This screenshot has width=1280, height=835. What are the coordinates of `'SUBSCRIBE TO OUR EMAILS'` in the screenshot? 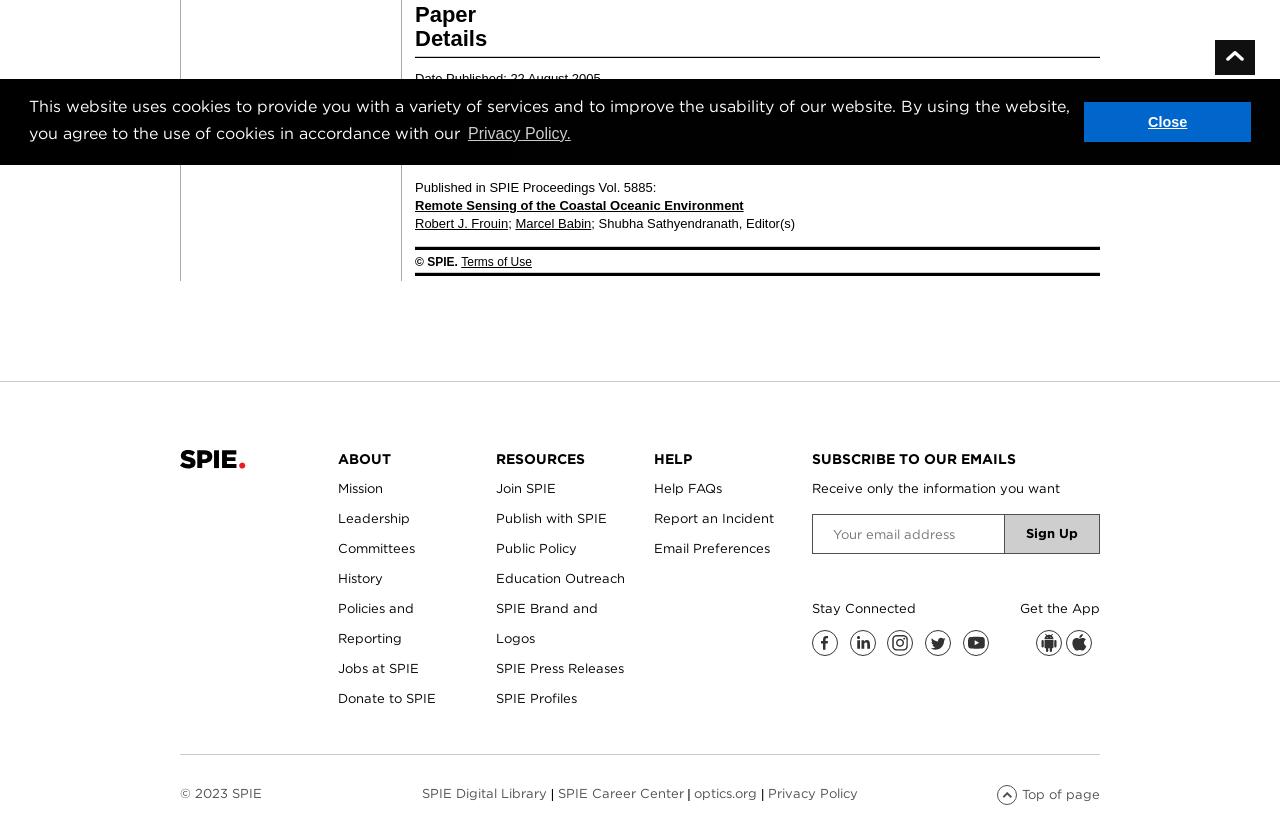 It's located at (812, 457).